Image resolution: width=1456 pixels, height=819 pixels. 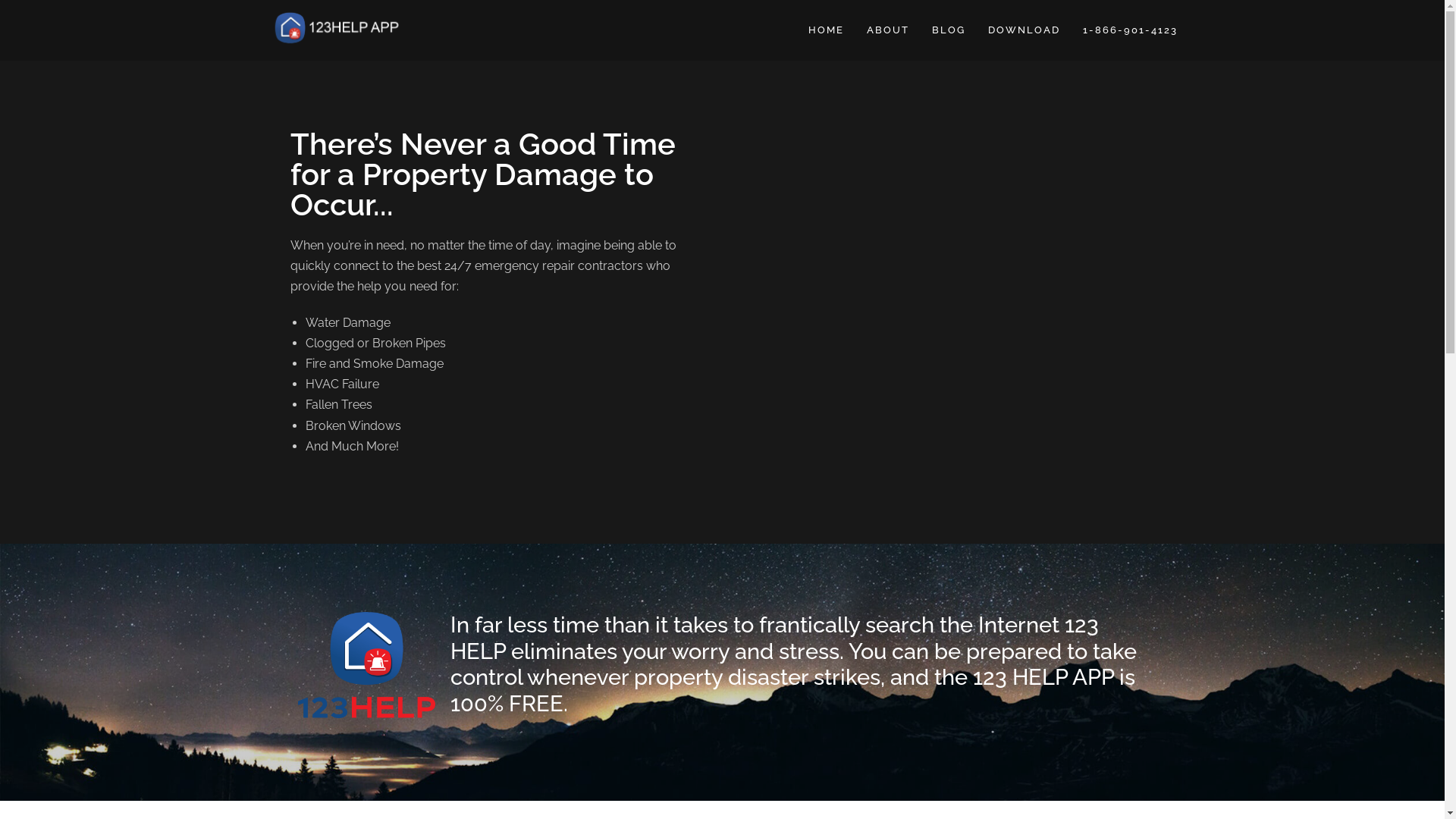 What do you see at coordinates (1129, 30) in the screenshot?
I see `'1-866-901-4123'` at bounding box center [1129, 30].